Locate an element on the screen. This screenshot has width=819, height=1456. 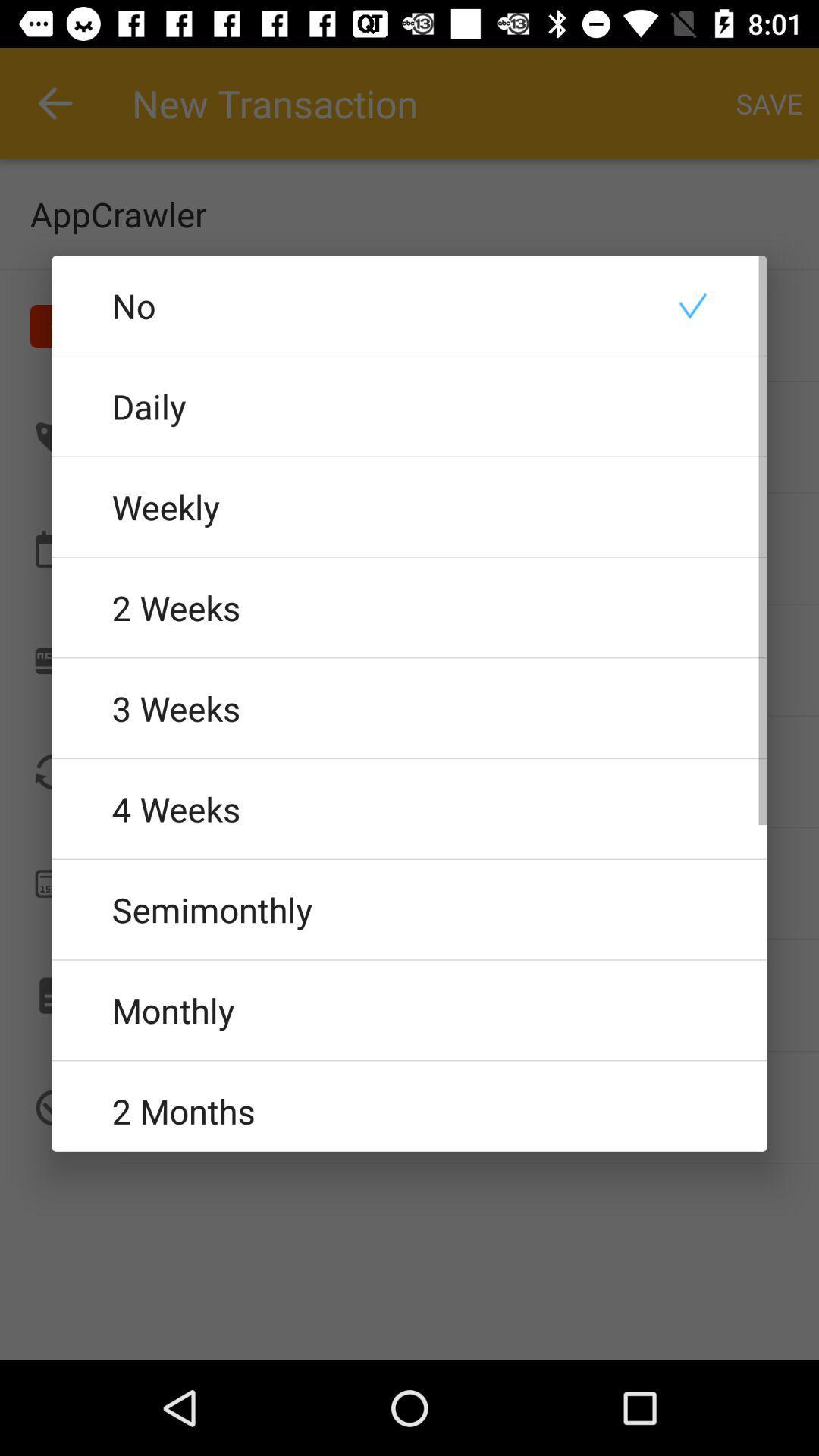
no is located at coordinates (409, 305).